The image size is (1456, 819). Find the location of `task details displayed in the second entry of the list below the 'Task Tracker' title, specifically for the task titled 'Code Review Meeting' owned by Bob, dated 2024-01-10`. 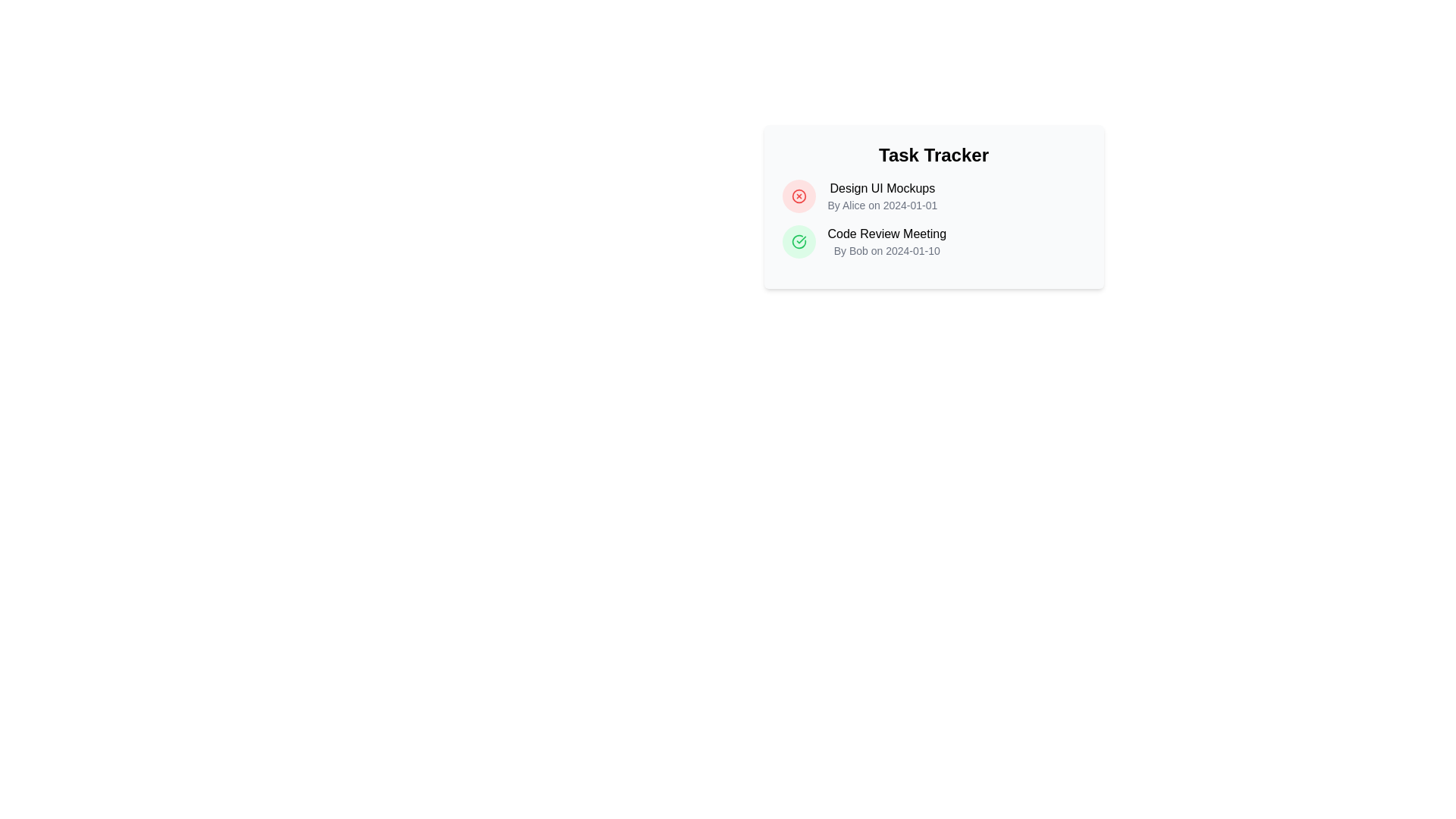

task details displayed in the second entry of the list below the 'Task Tracker' title, specifically for the task titled 'Code Review Meeting' owned by Bob, dated 2024-01-10 is located at coordinates (886, 241).